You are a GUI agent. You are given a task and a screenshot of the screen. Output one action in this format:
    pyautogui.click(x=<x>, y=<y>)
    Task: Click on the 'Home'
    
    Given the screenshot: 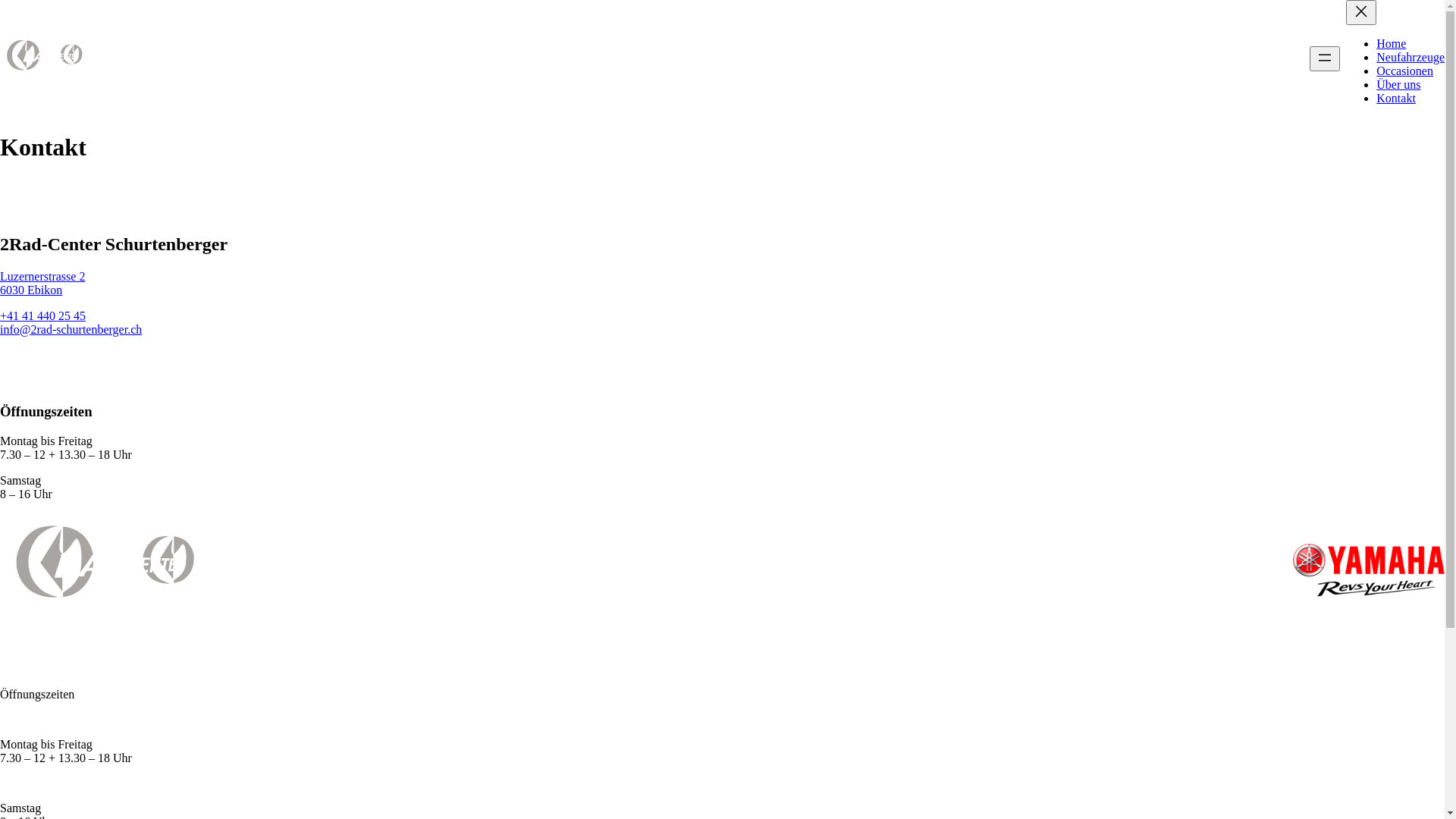 What is the action you would take?
    pyautogui.click(x=1391, y=42)
    